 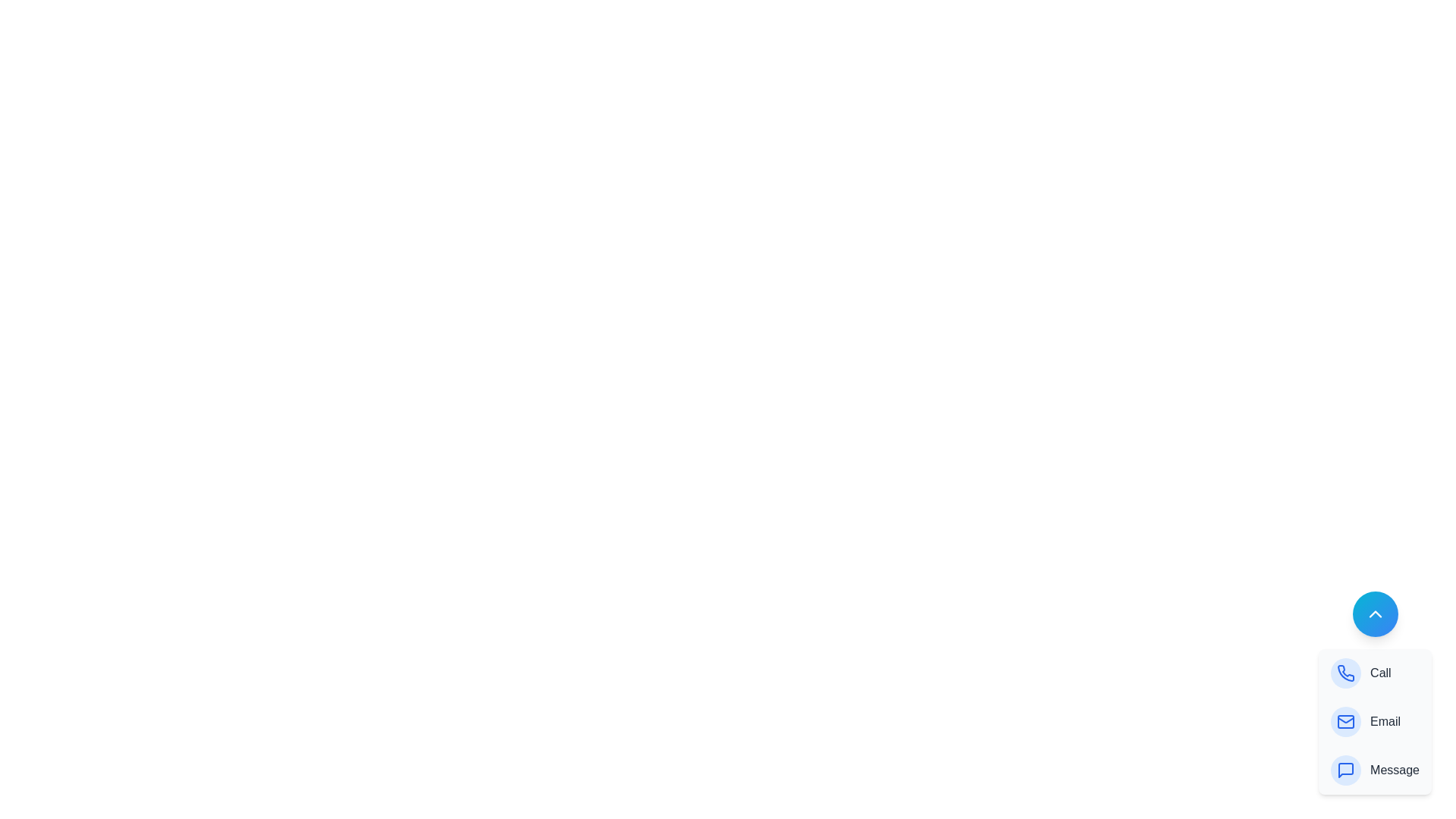 I want to click on the 'Email' option in the ContactSpeedDial menu, so click(x=1375, y=721).